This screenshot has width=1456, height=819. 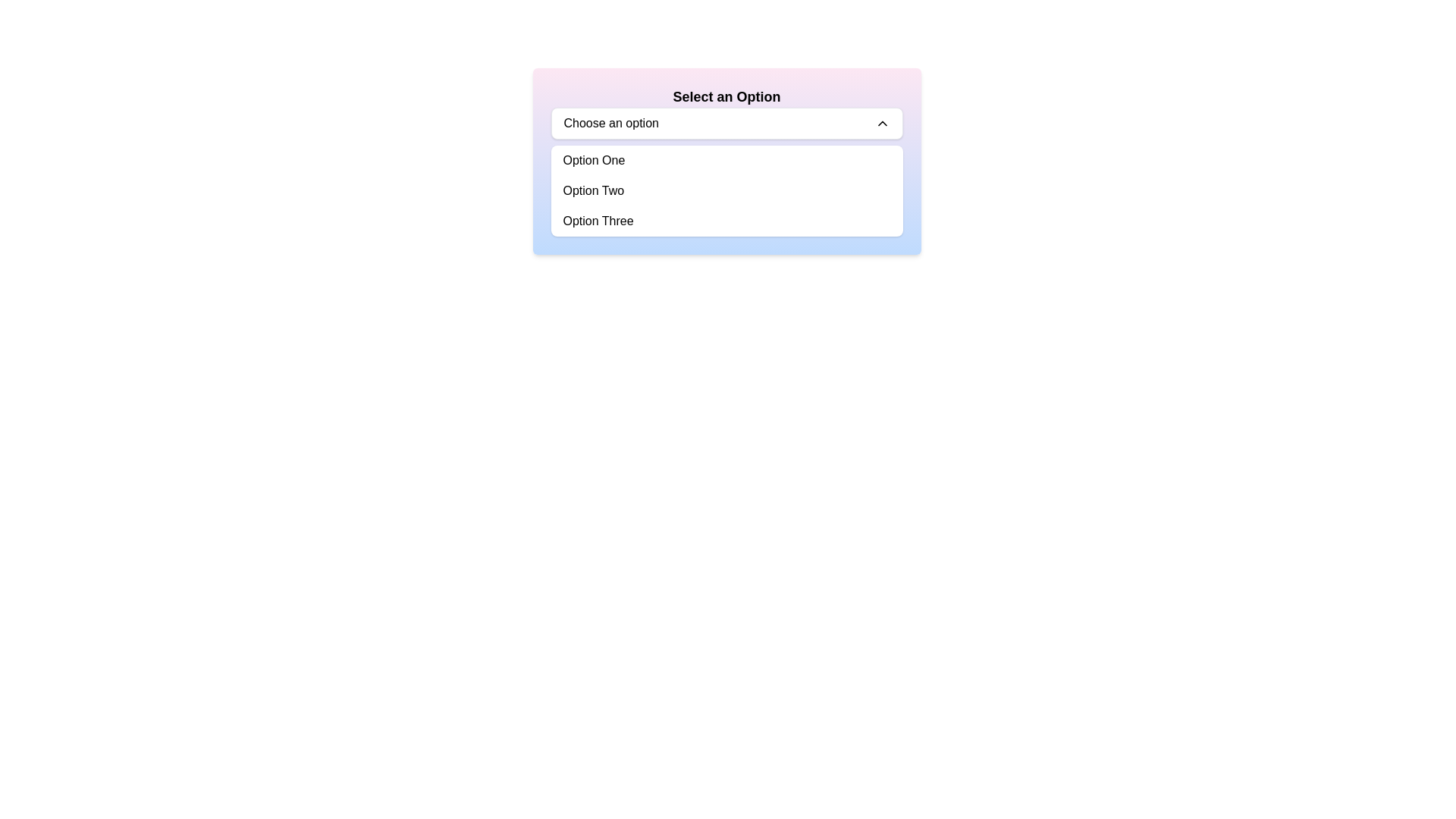 What do you see at coordinates (592, 190) in the screenshot?
I see `the second option in the dropdown menu, labeled 'Option Two'` at bounding box center [592, 190].